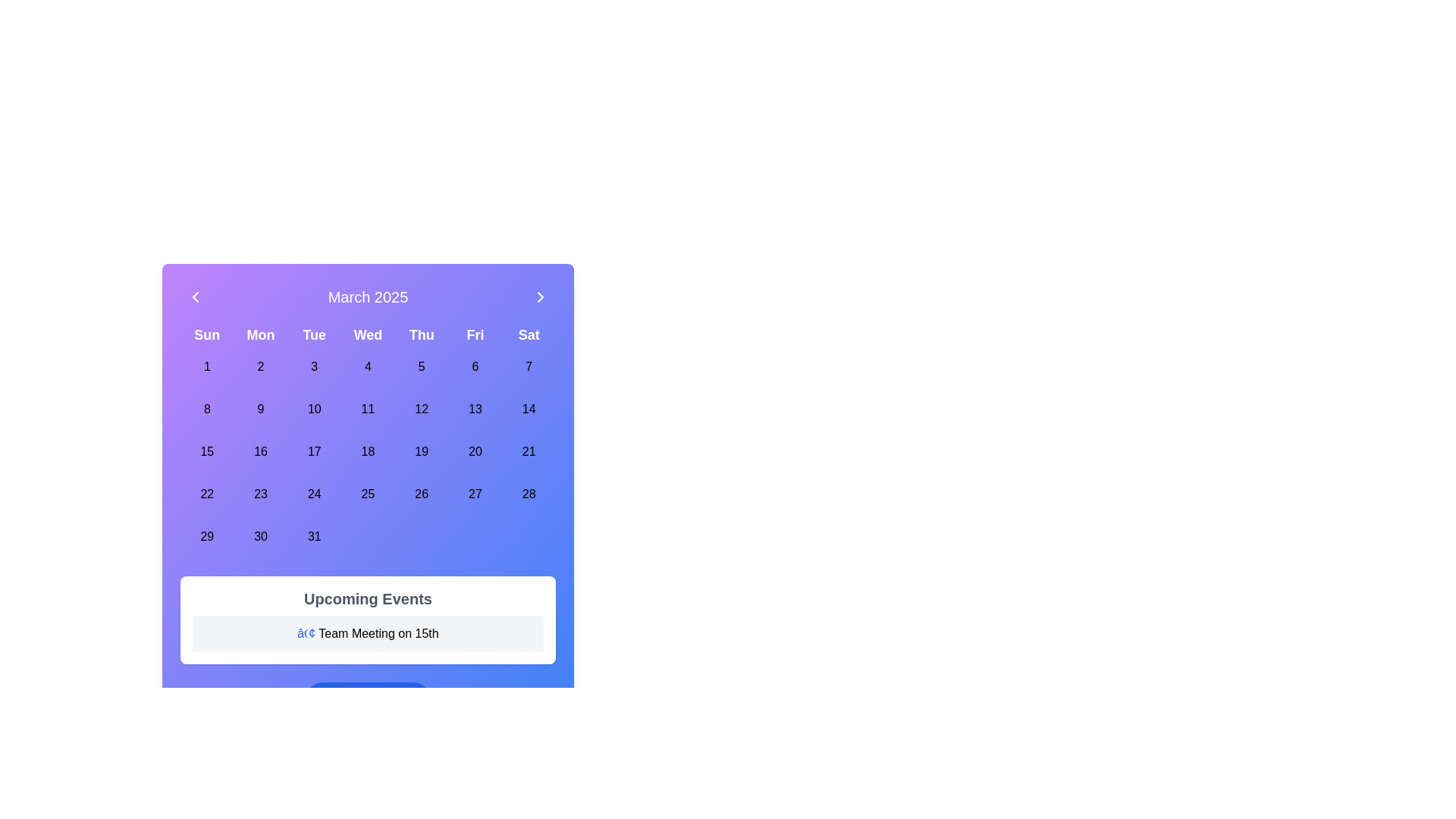 Image resolution: width=1456 pixels, height=819 pixels. What do you see at coordinates (261, 494) in the screenshot?
I see `the rounded button displaying the number '23' in the calendar grid through keyboard navigation` at bounding box center [261, 494].